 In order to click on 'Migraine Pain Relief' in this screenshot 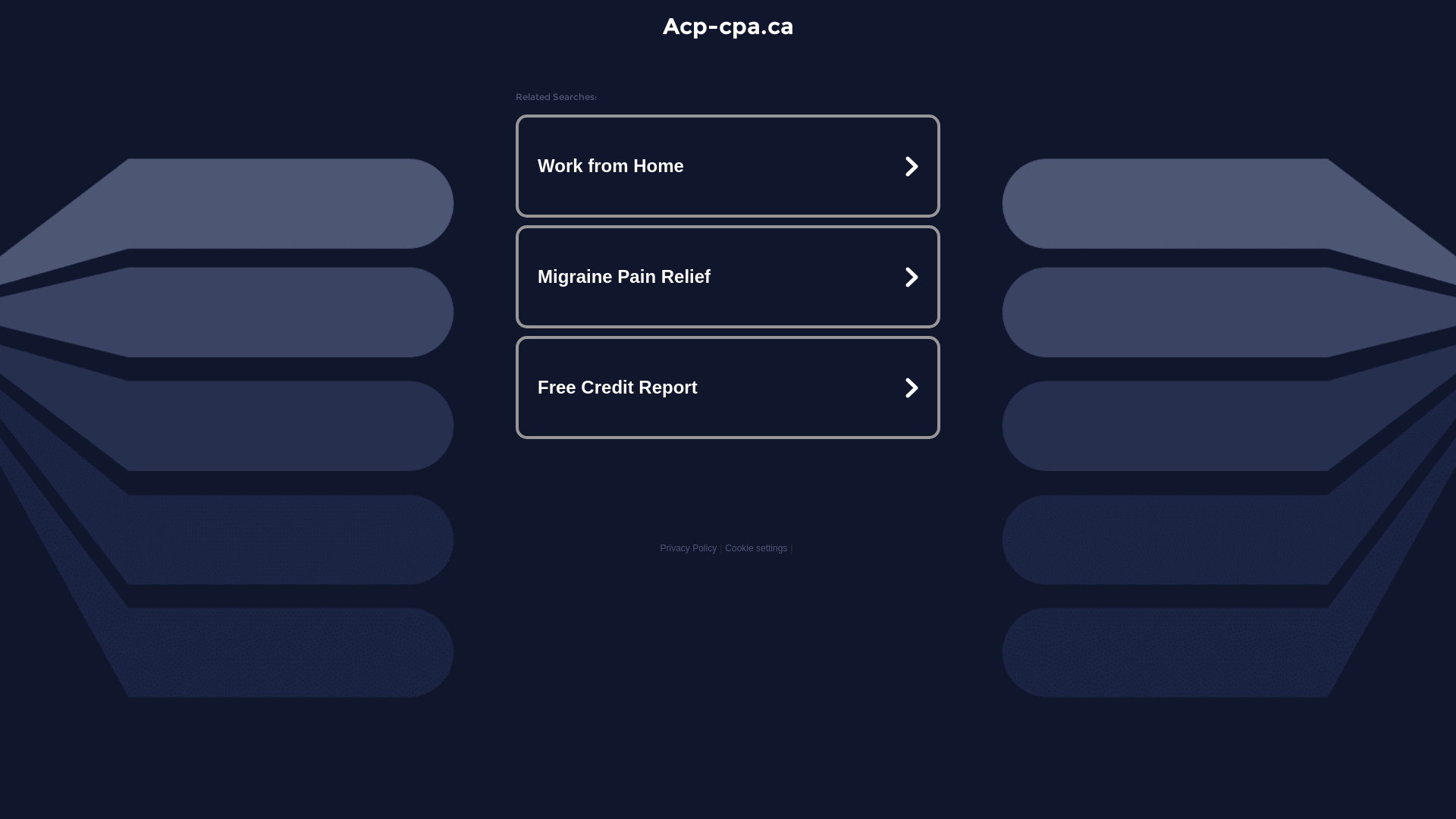, I will do `click(728, 277)`.